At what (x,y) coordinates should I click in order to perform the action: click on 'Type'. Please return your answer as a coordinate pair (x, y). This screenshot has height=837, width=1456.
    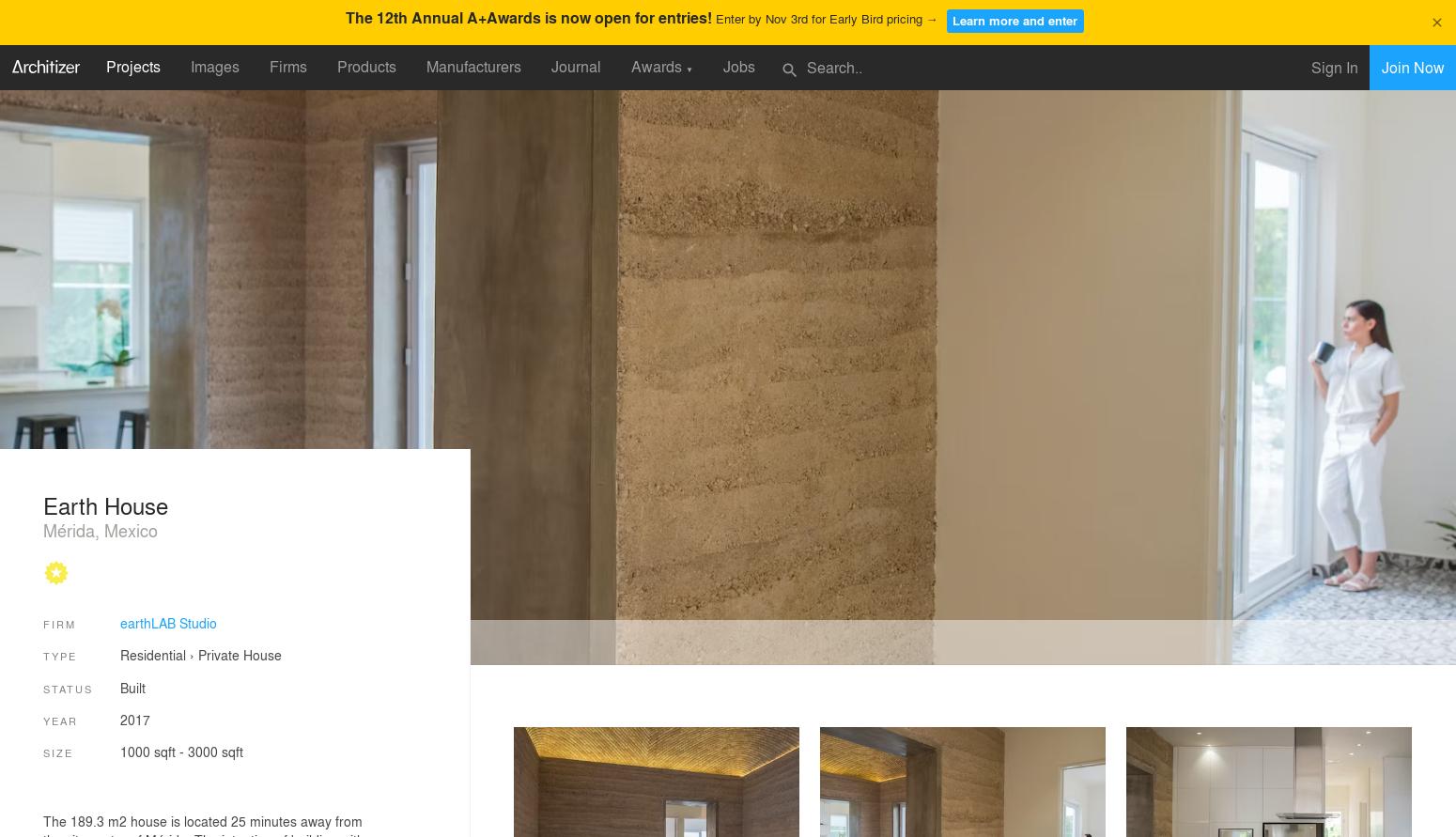
    Looking at the image, I should click on (59, 655).